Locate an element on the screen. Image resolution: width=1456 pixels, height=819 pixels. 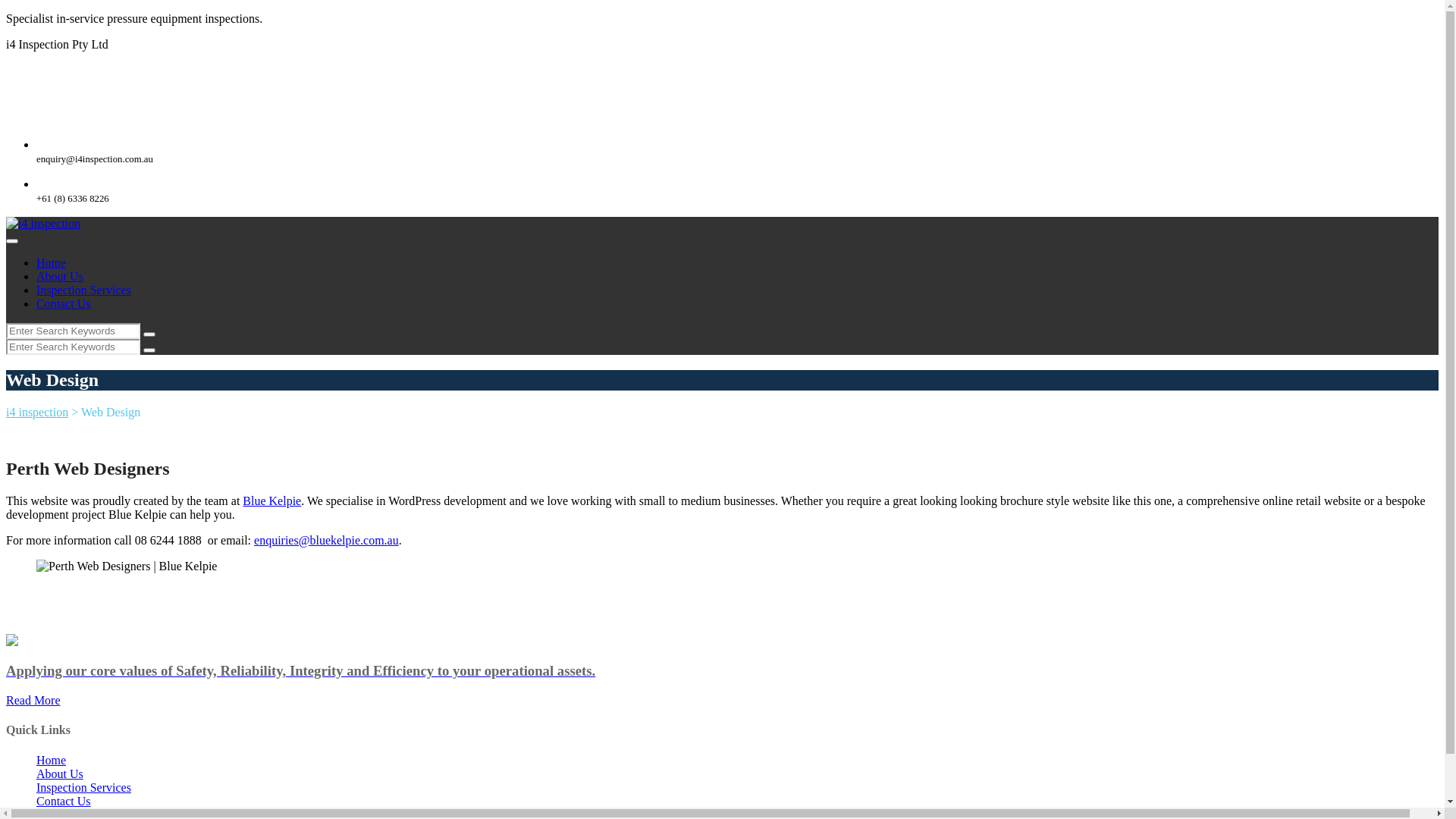
'About Us' is located at coordinates (59, 773).